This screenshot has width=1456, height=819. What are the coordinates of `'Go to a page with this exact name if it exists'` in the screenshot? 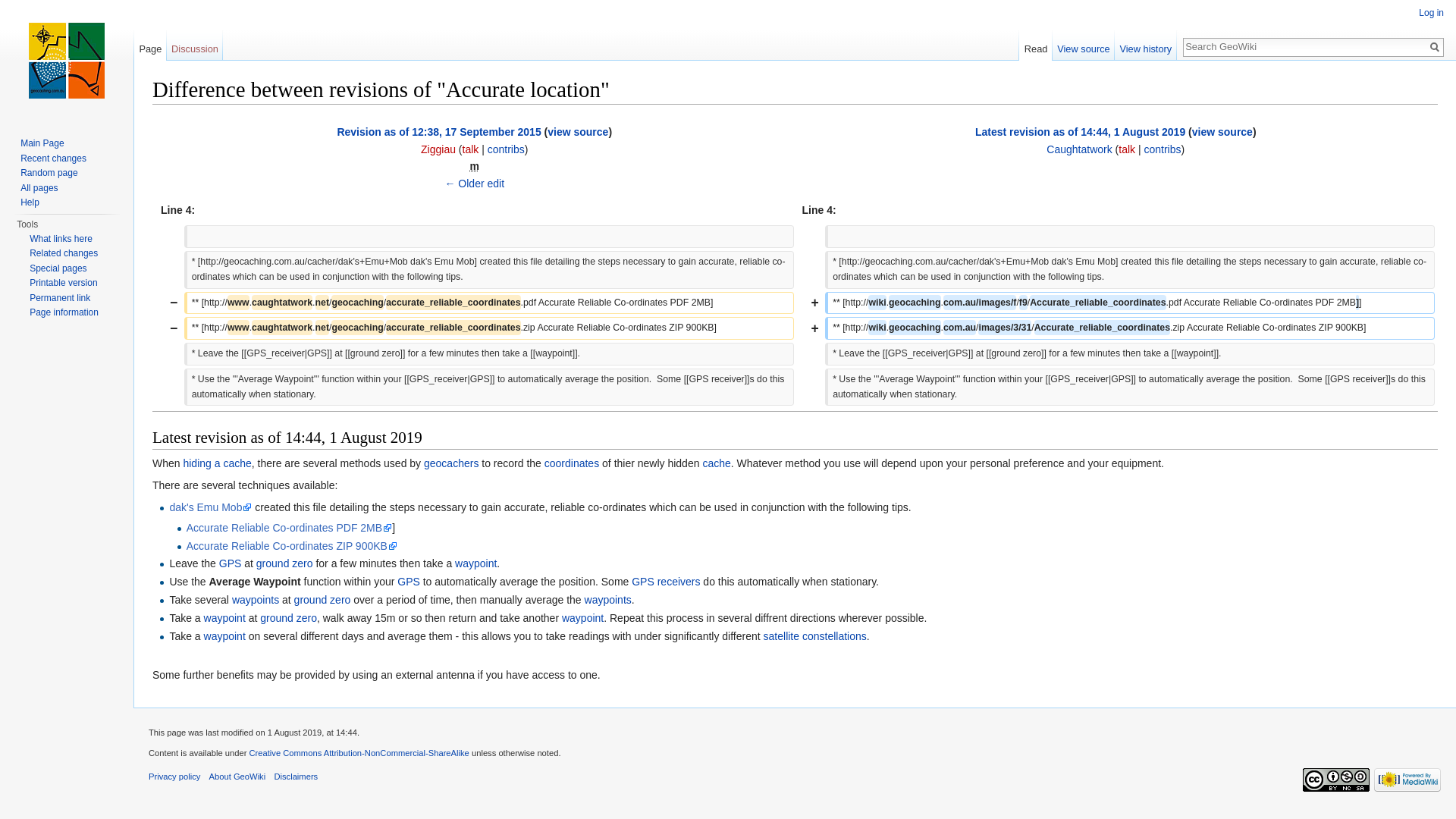 It's located at (1433, 45).